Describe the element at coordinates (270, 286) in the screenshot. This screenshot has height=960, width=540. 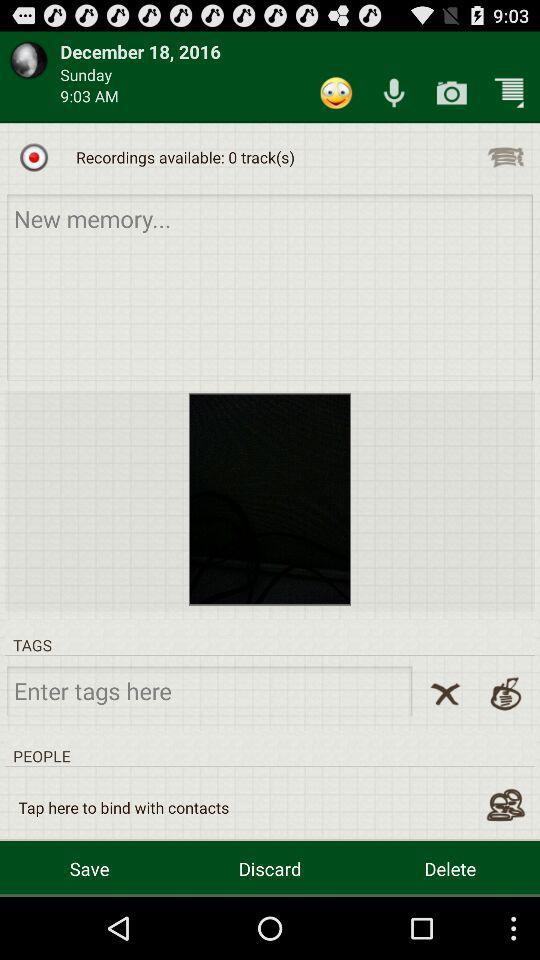
I see `type to describe memory` at that location.